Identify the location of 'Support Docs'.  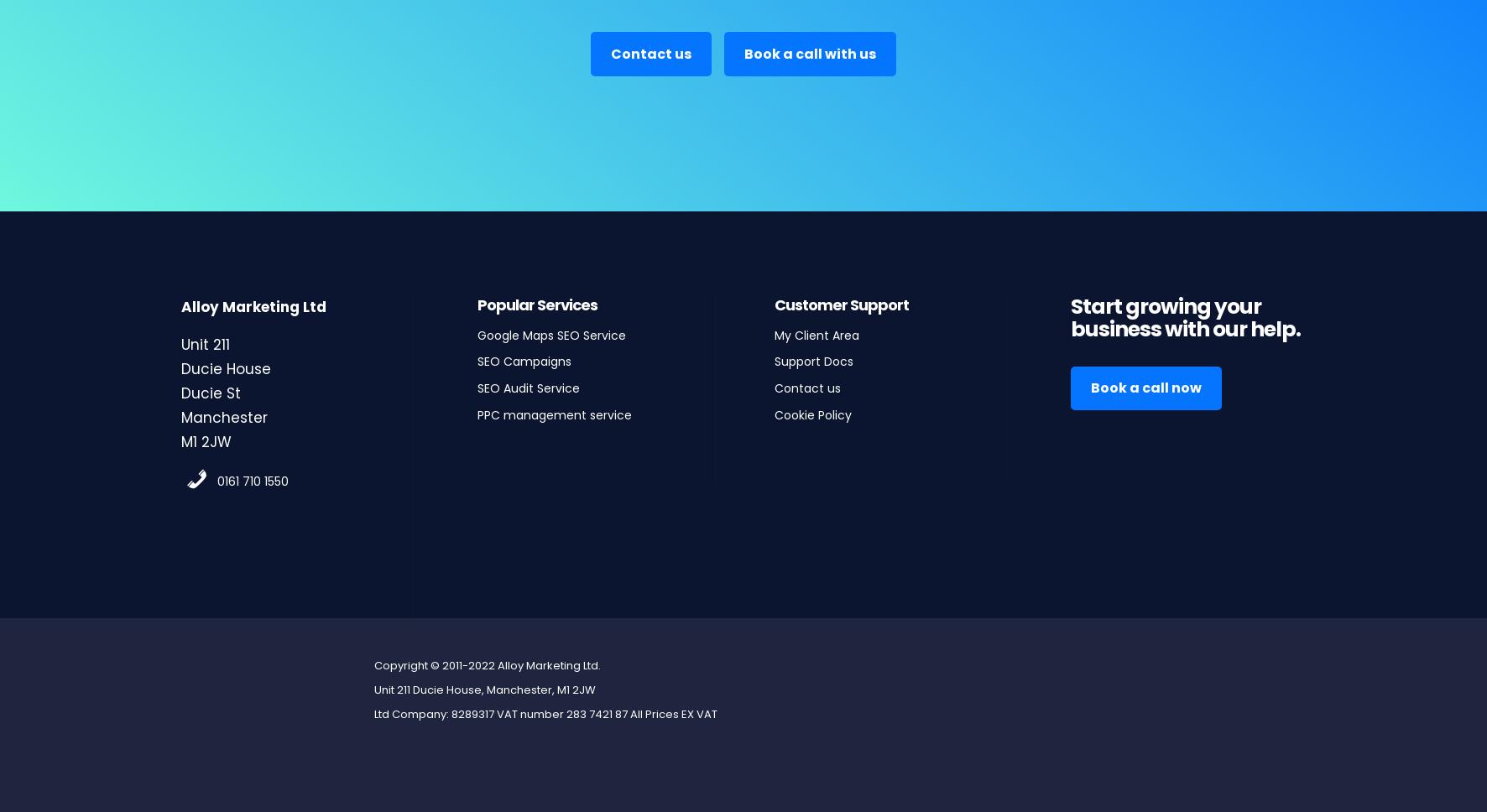
(811, 361).